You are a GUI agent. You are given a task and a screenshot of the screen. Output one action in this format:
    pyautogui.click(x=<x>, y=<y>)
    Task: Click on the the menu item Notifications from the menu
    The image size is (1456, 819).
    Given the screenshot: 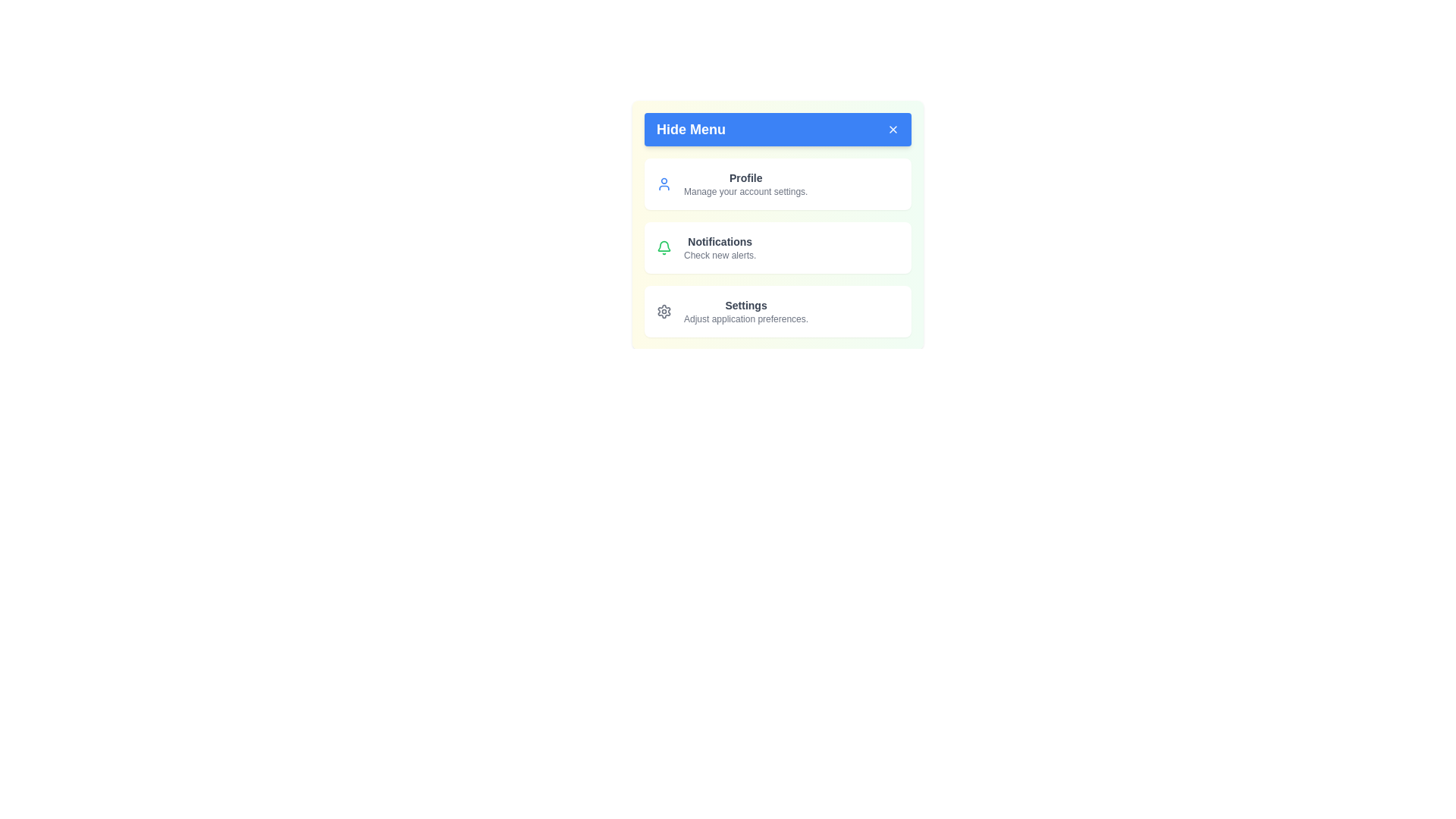 What is the action you would take?
    pyautogui.click(x=778, y=247)
    